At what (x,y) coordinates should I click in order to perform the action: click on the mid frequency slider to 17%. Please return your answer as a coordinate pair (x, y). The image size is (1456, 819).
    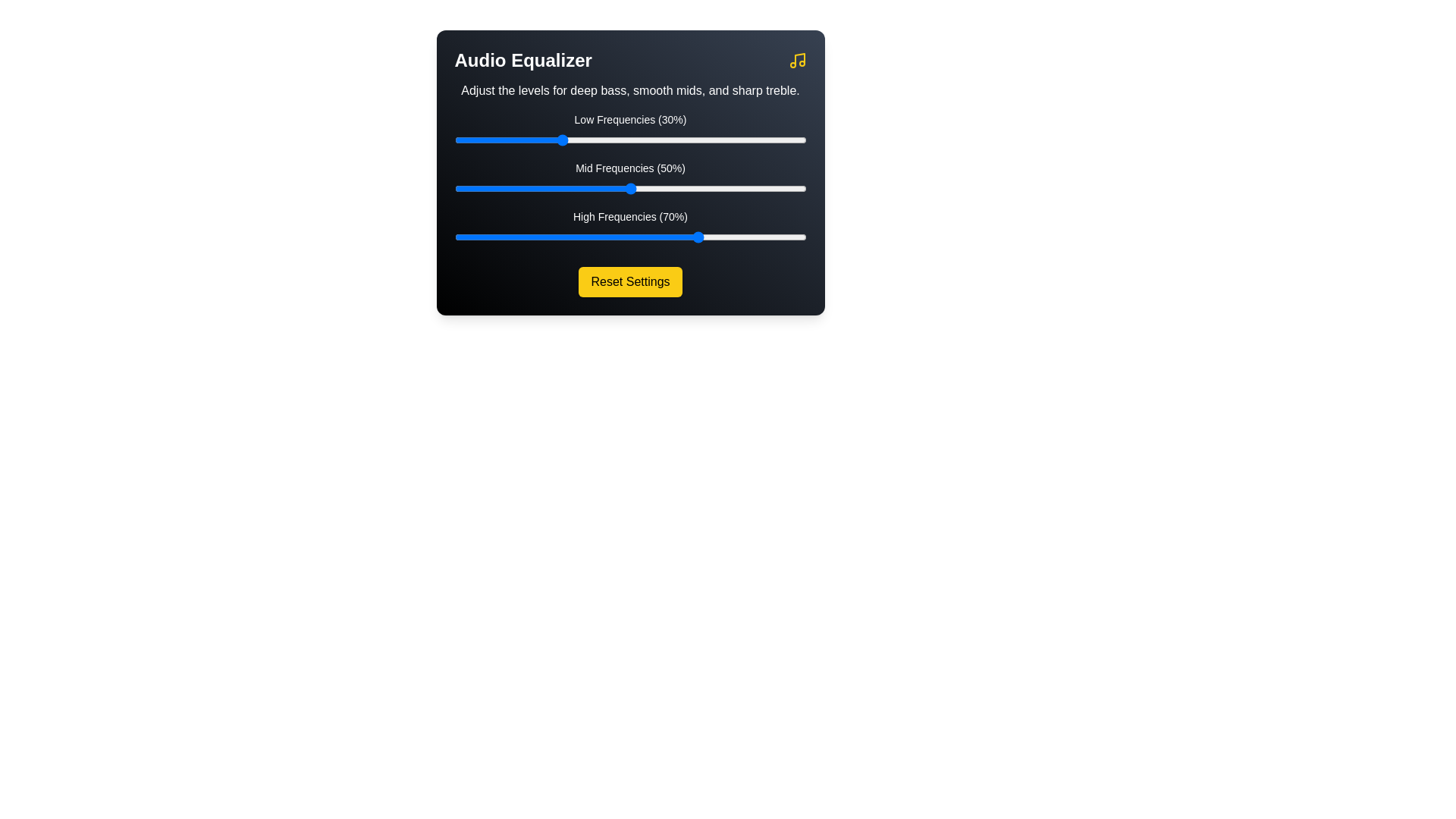
    Looking at the image, I should click on (514, 188).